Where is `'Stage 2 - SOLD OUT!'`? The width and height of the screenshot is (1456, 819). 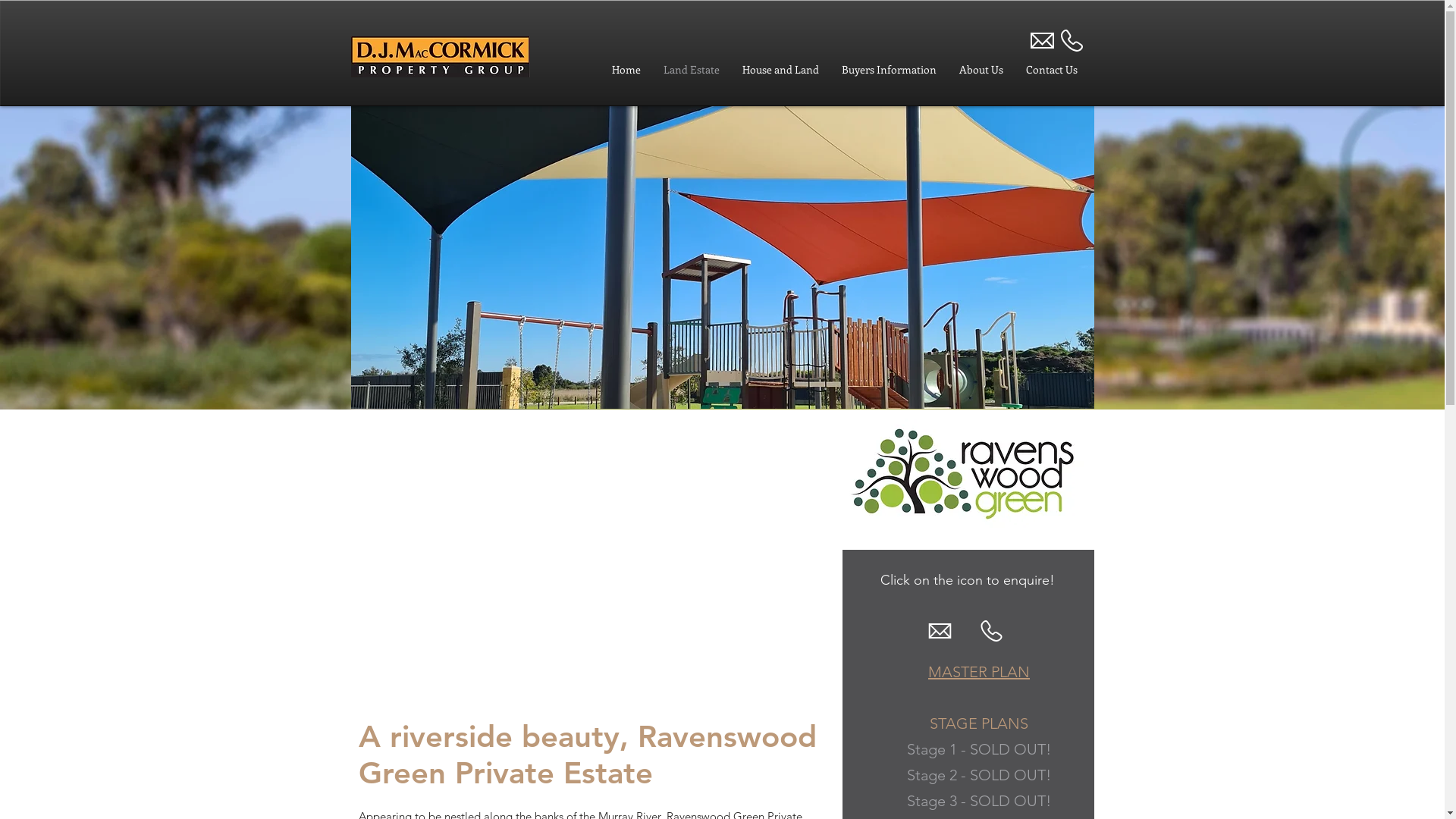 'Stage 2 - SOLD OUT!' is located at coordinates (906, 775).